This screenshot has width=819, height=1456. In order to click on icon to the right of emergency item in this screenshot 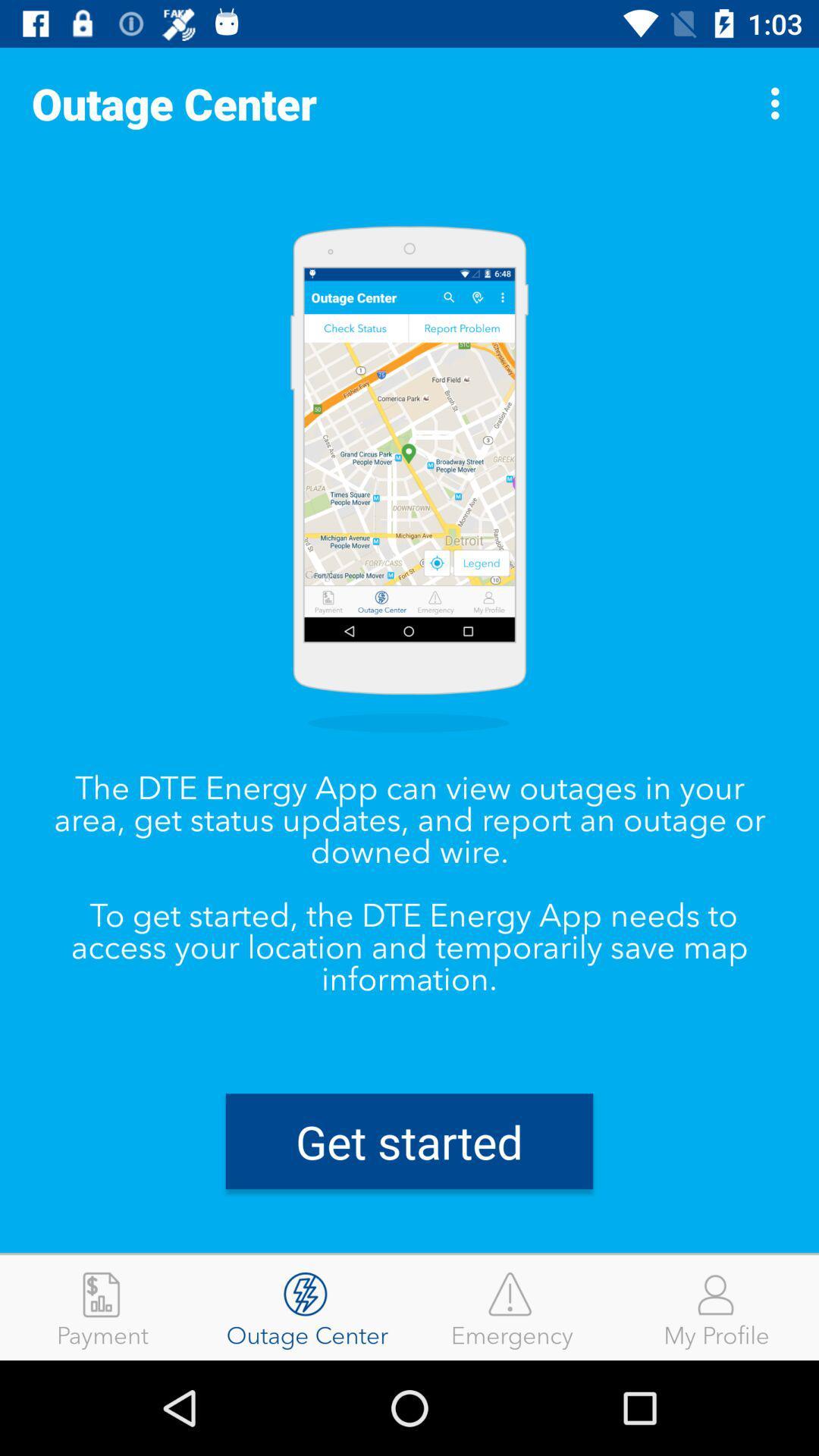, I will do `click(717, 1307)`.